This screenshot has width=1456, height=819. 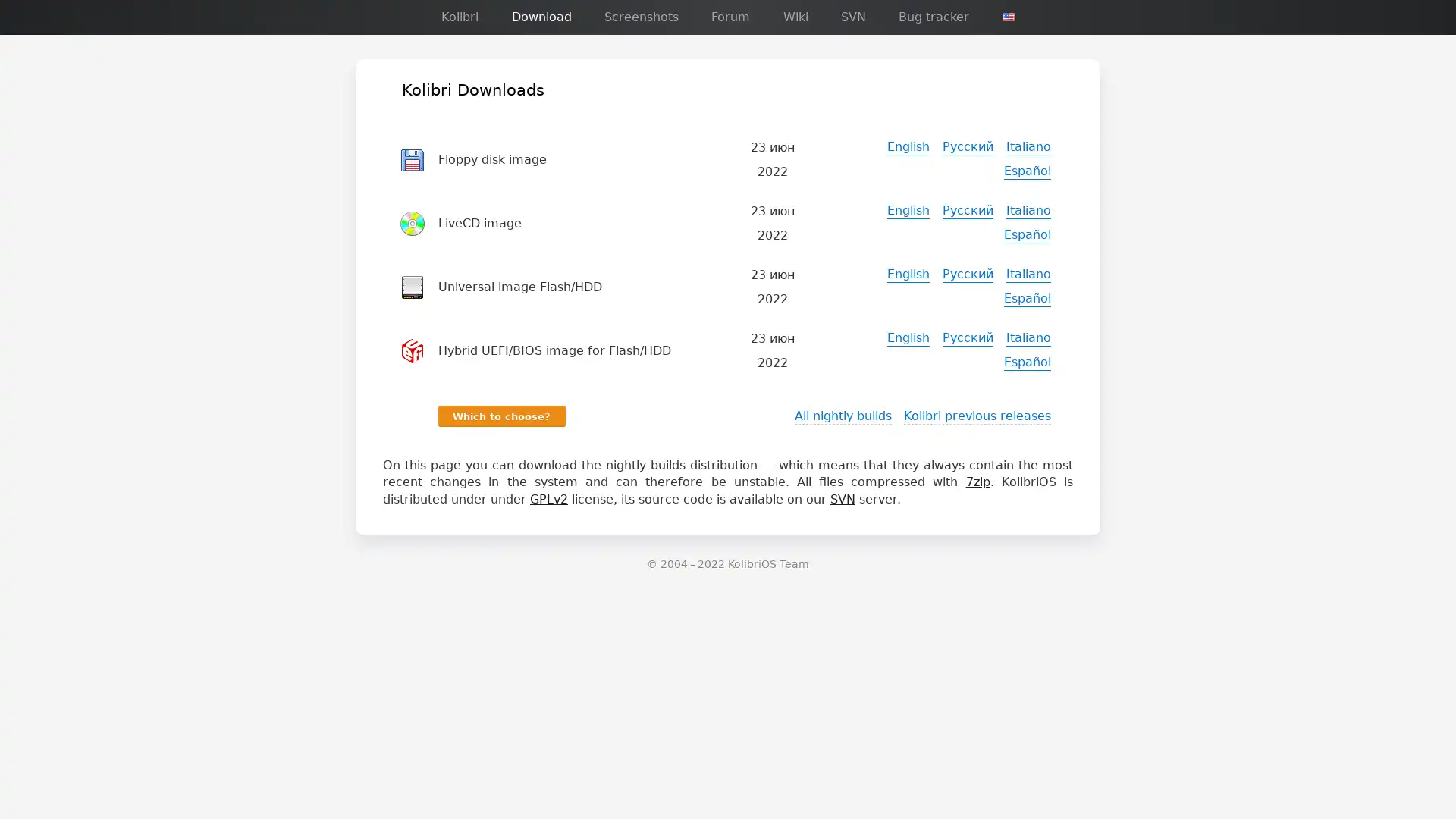 What do you see at coordinates (501, 416) in the screenshot?
I see `Which to choose?` at bounding box center [501, 416].